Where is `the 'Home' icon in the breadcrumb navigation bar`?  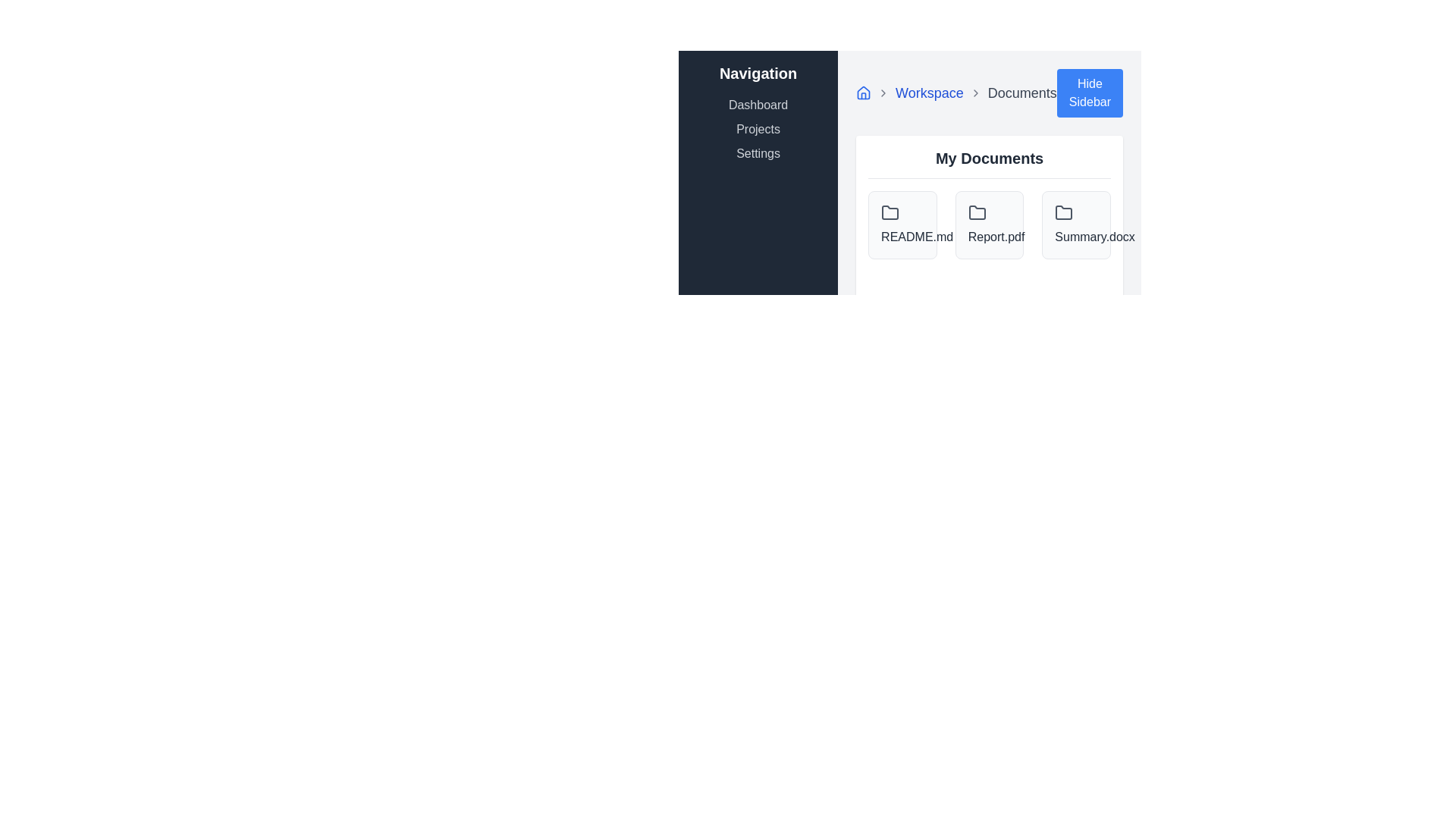 the 'Home' icon in the breadcrumb navigation bar is located at coordinates (864, 93).